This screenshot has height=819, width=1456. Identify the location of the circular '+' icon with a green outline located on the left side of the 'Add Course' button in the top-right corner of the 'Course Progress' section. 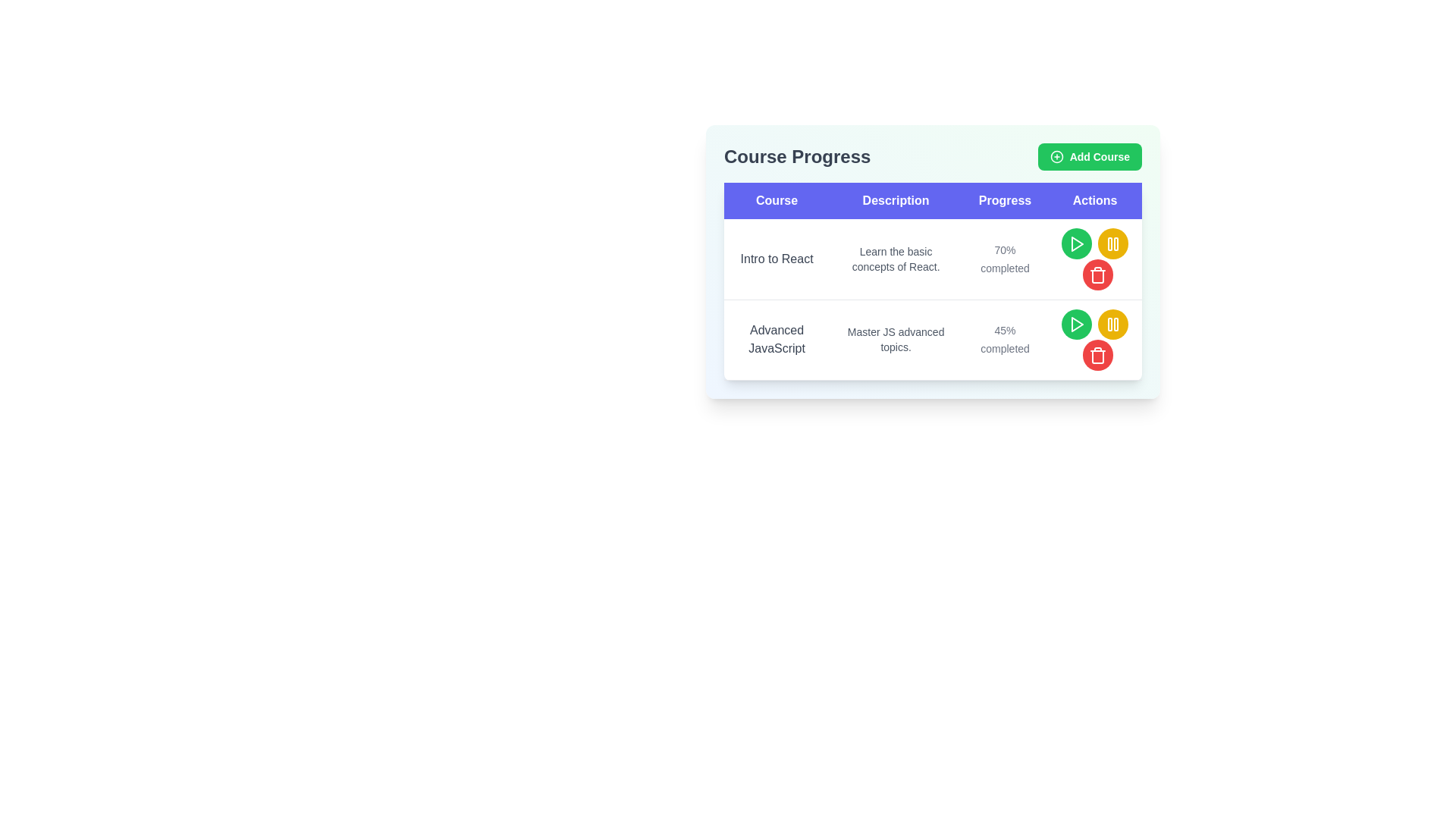
(1056, 157).